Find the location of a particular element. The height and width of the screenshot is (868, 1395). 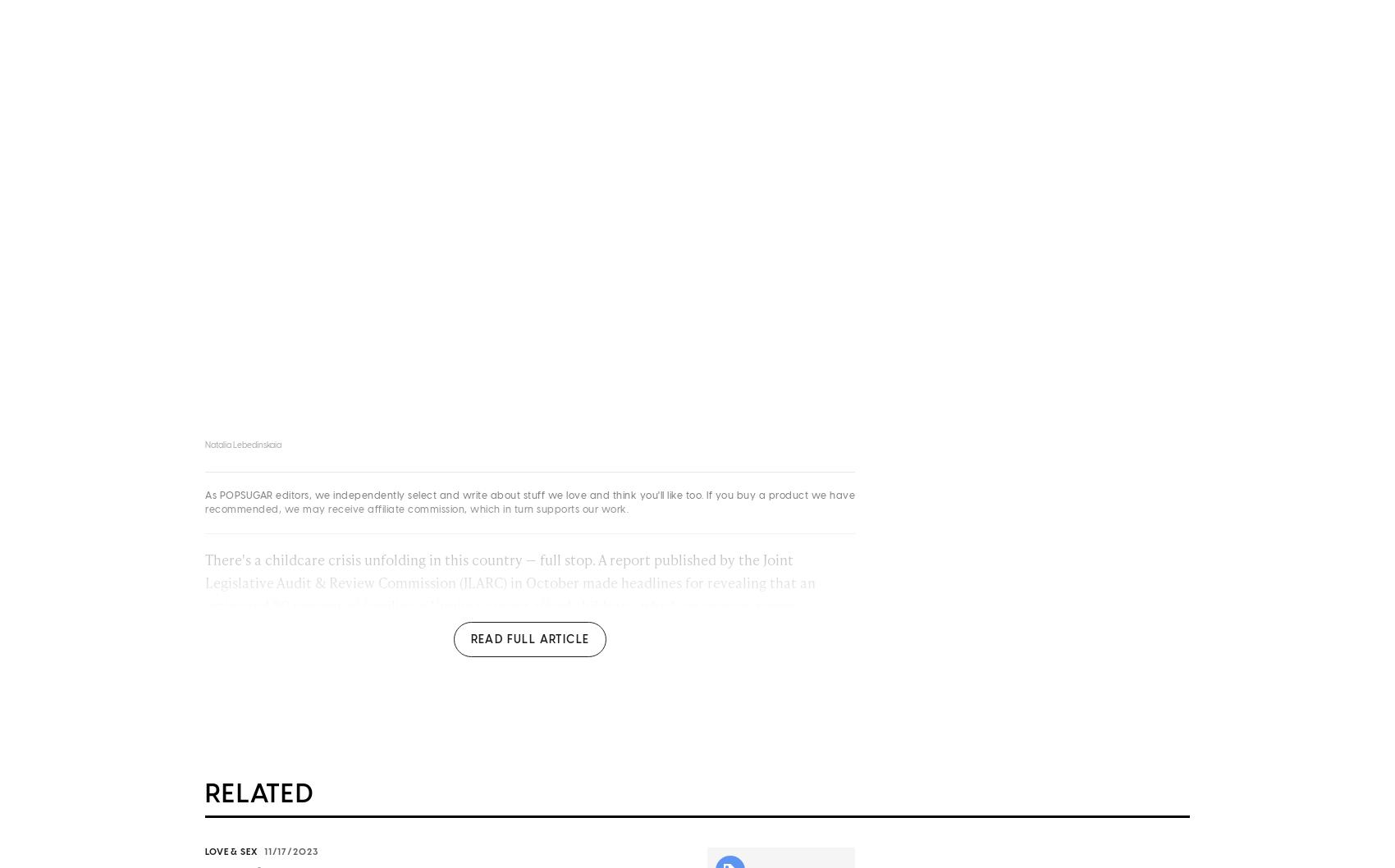

', which on average ranges between $100 and $440 per child, per week. While this study focuses on a single state, the results are a microcosm for a more significant issue sweeping the nation, one that experts unanimously underscore' is located at coordinates (530, 634).